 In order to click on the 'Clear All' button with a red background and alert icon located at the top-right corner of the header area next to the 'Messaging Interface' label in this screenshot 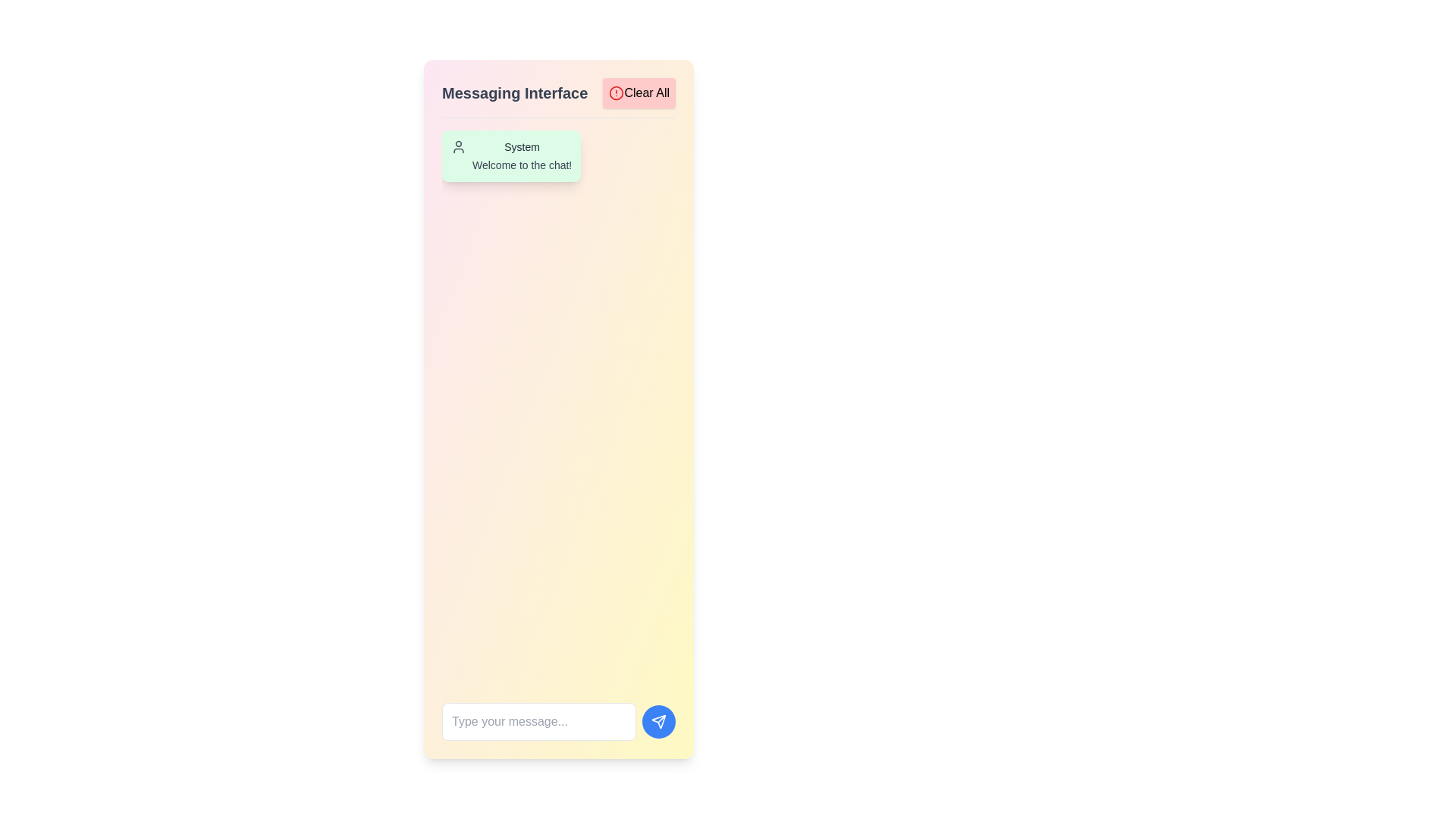, I will do `click(639, 93)`.